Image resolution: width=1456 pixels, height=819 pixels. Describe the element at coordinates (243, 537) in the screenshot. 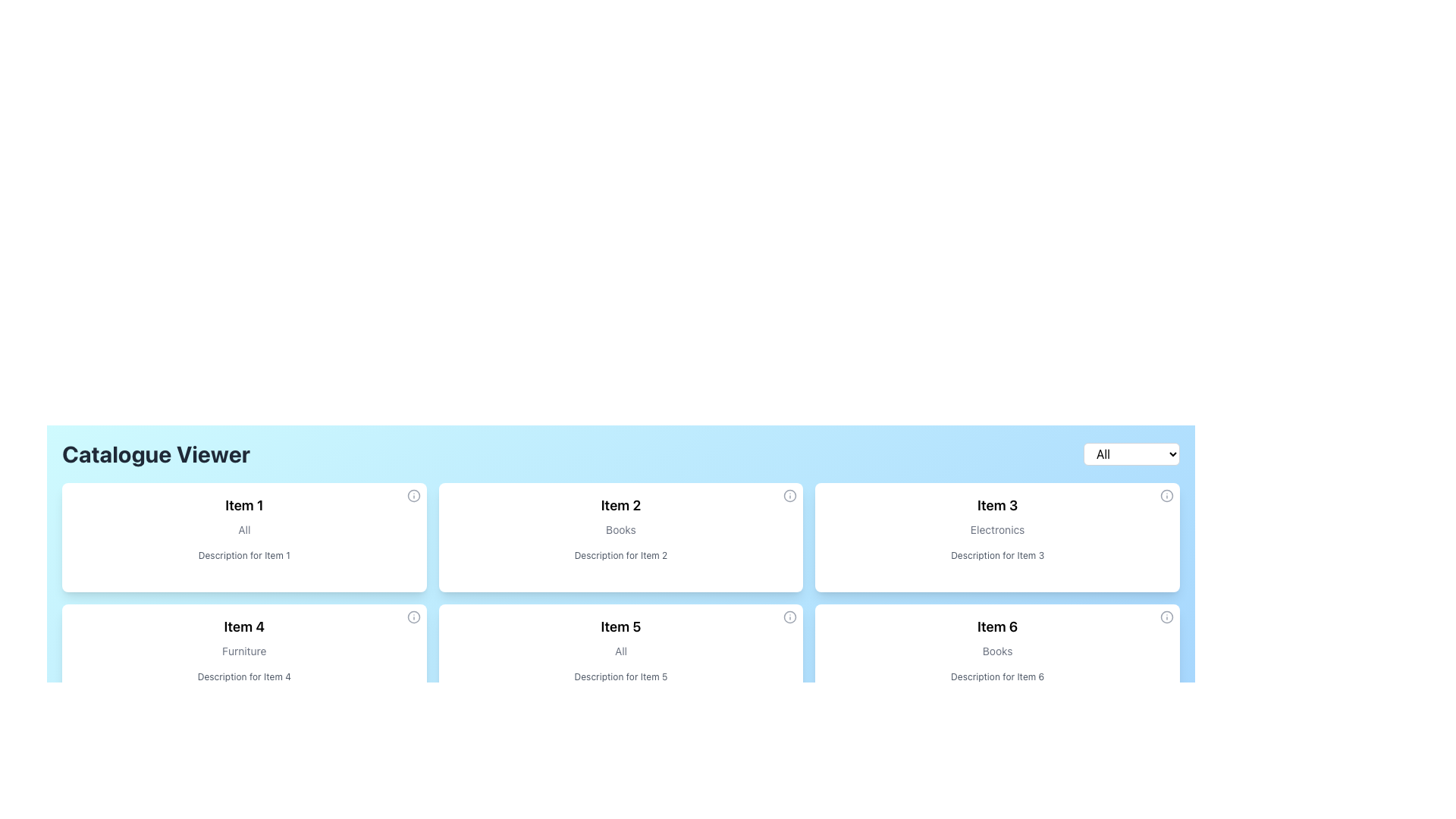

I see `the first Information card in the grid layout, which displays details about a catalog item located in the top-left corner of the grid` at that location.